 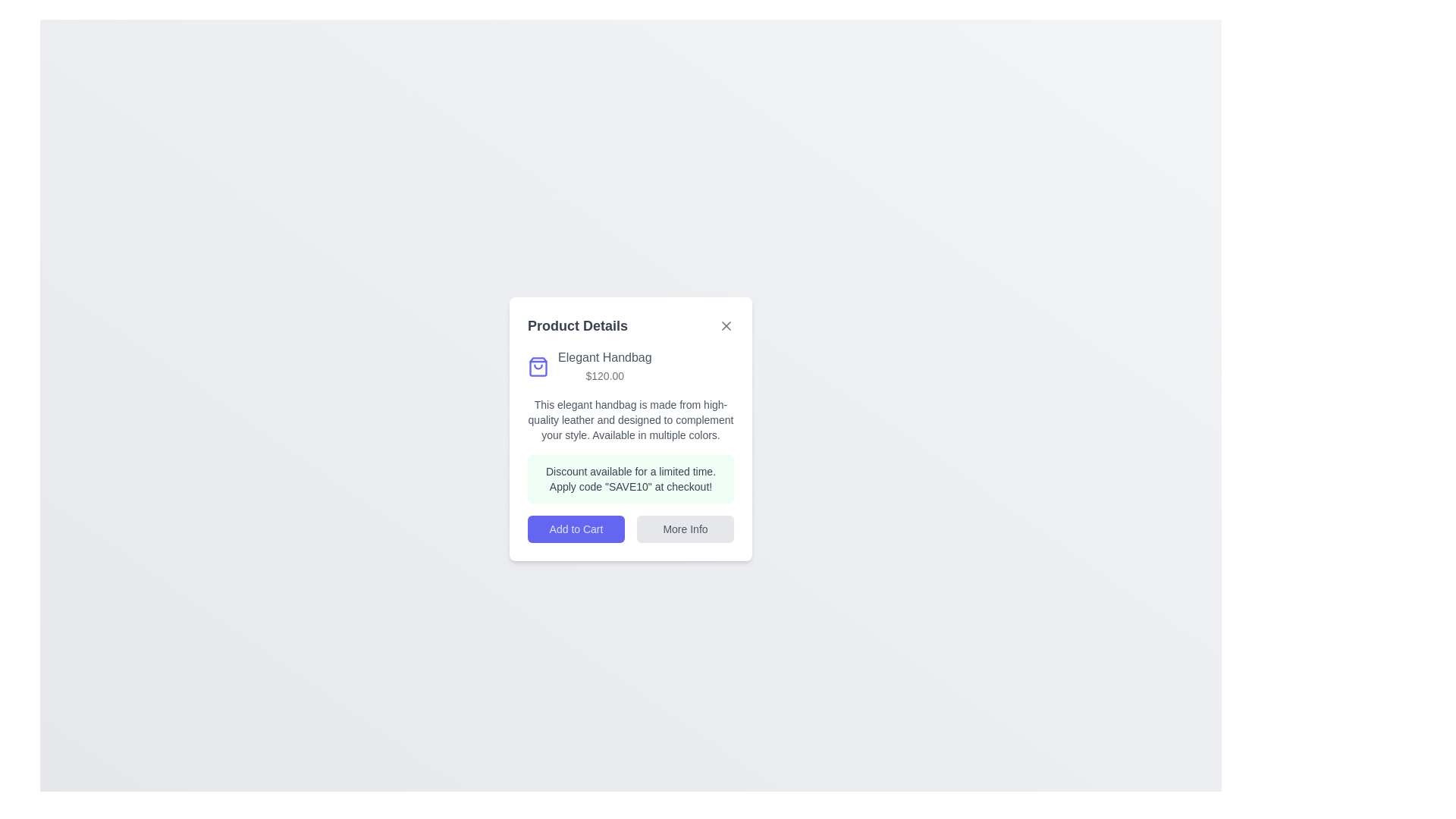 I want to click on the informational alert box that conveys the discount promotion and instructions about the code 'SAVE10', located in the centered modal dialog titled 'Product Details', so click(x=630, y=479).